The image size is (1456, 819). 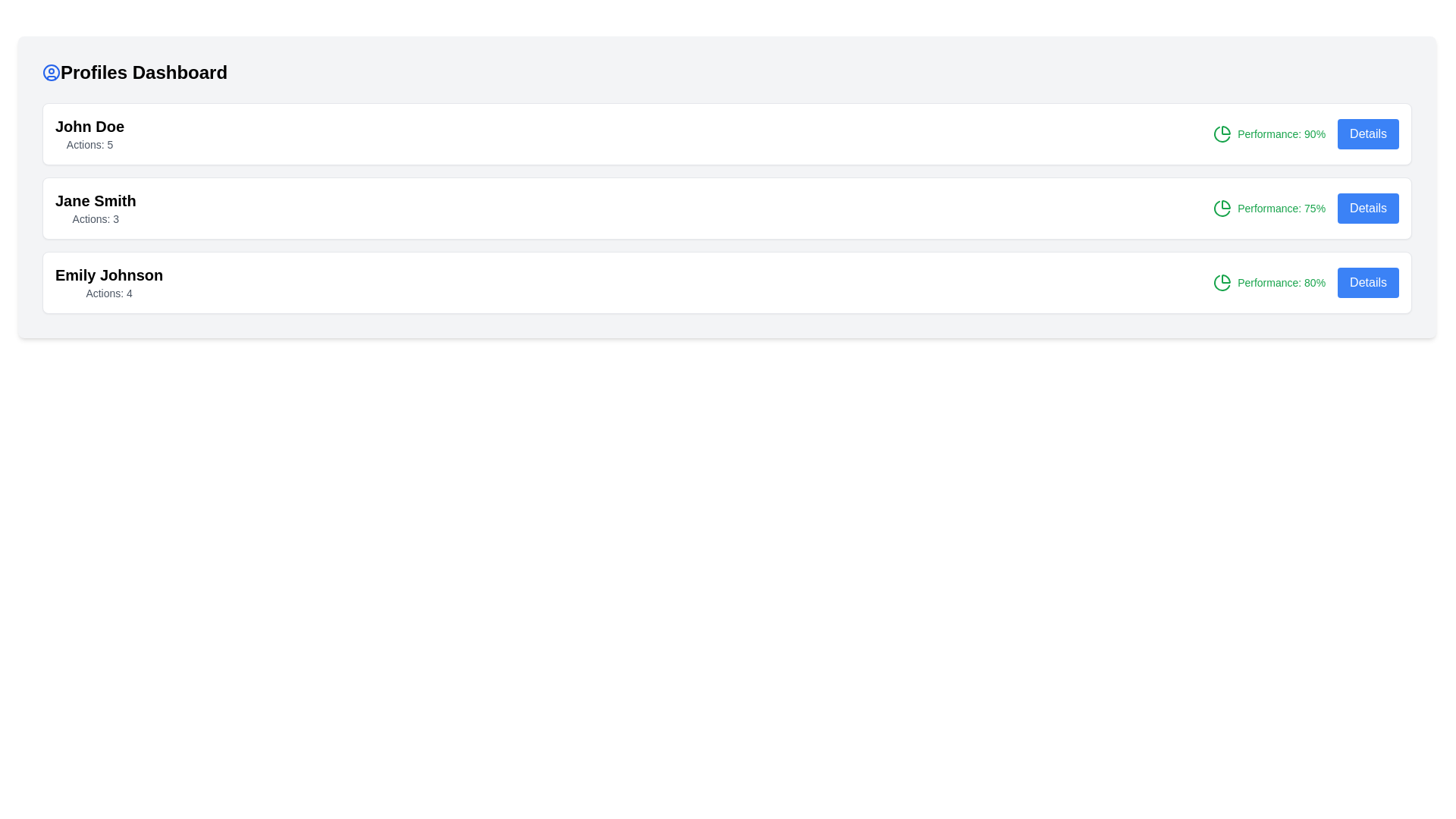 What do you see at coordinates (89, 145) in the screenshot?
I see `the text label displaying 'Actions: 5', which is located directly below 'John Doe' in the top-left section of the dashboard` at bounding box center [89, 145].